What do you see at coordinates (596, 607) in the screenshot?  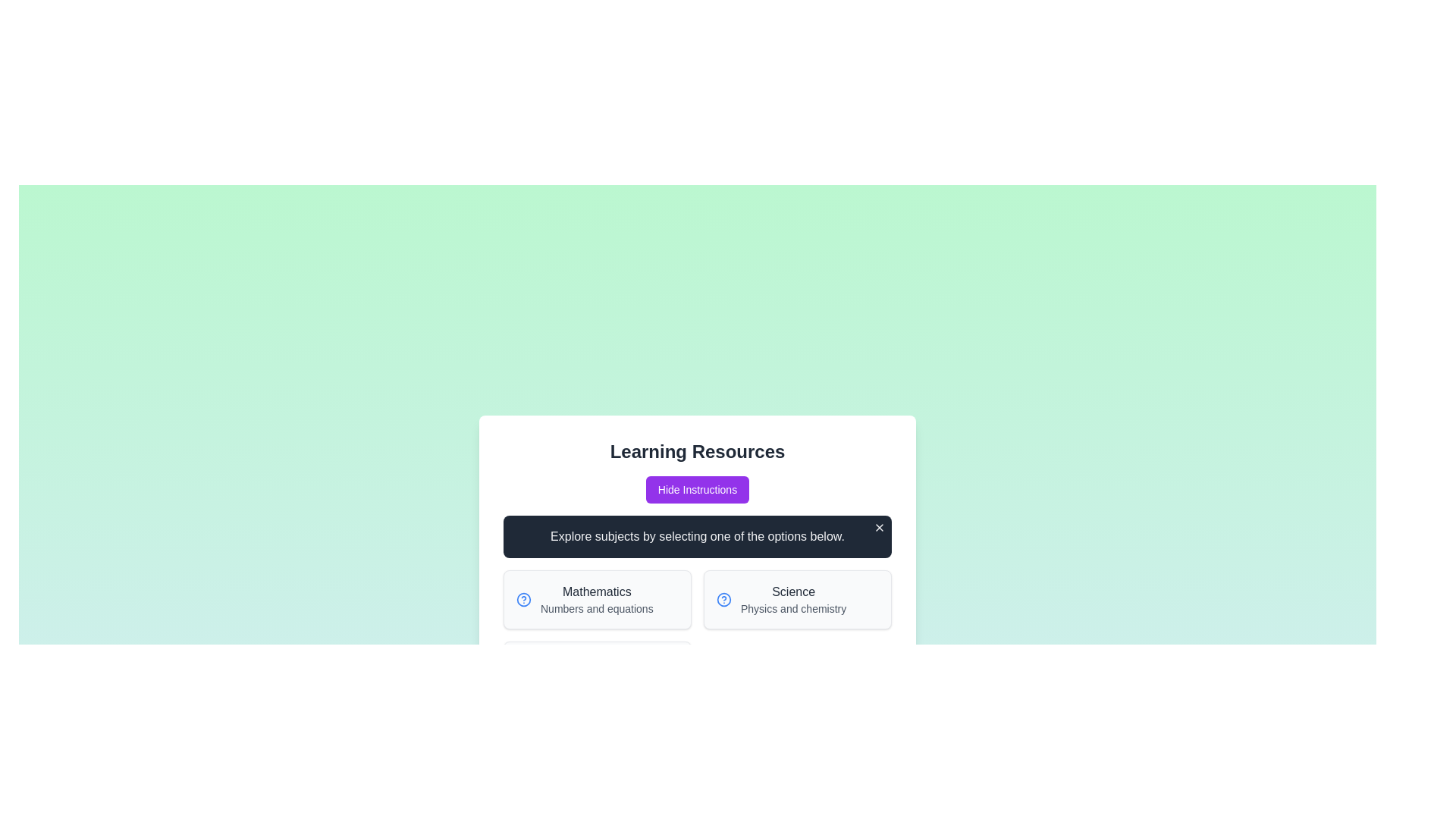 I see `text label providing additional context for the 'Mathematics' section, specifically mentioning 'Numbers and equations'` at bounding box center [596, 607].